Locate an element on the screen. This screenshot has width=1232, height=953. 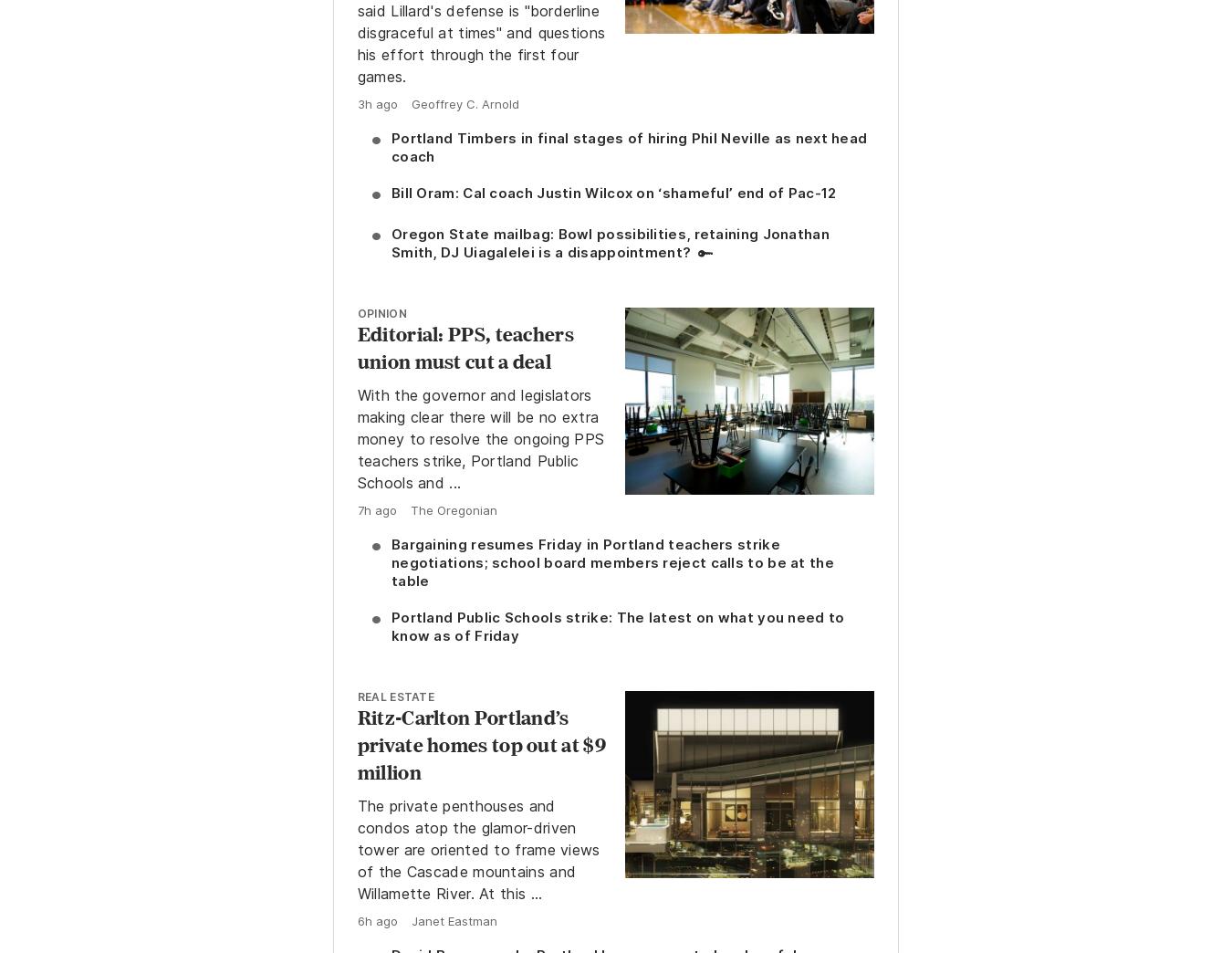
'Oregon State mailbag: Bowl possibilities, retaining Jonathan Smith, DJ Uiagalelei is a disappointment?' is located at coordinates (609, 241).